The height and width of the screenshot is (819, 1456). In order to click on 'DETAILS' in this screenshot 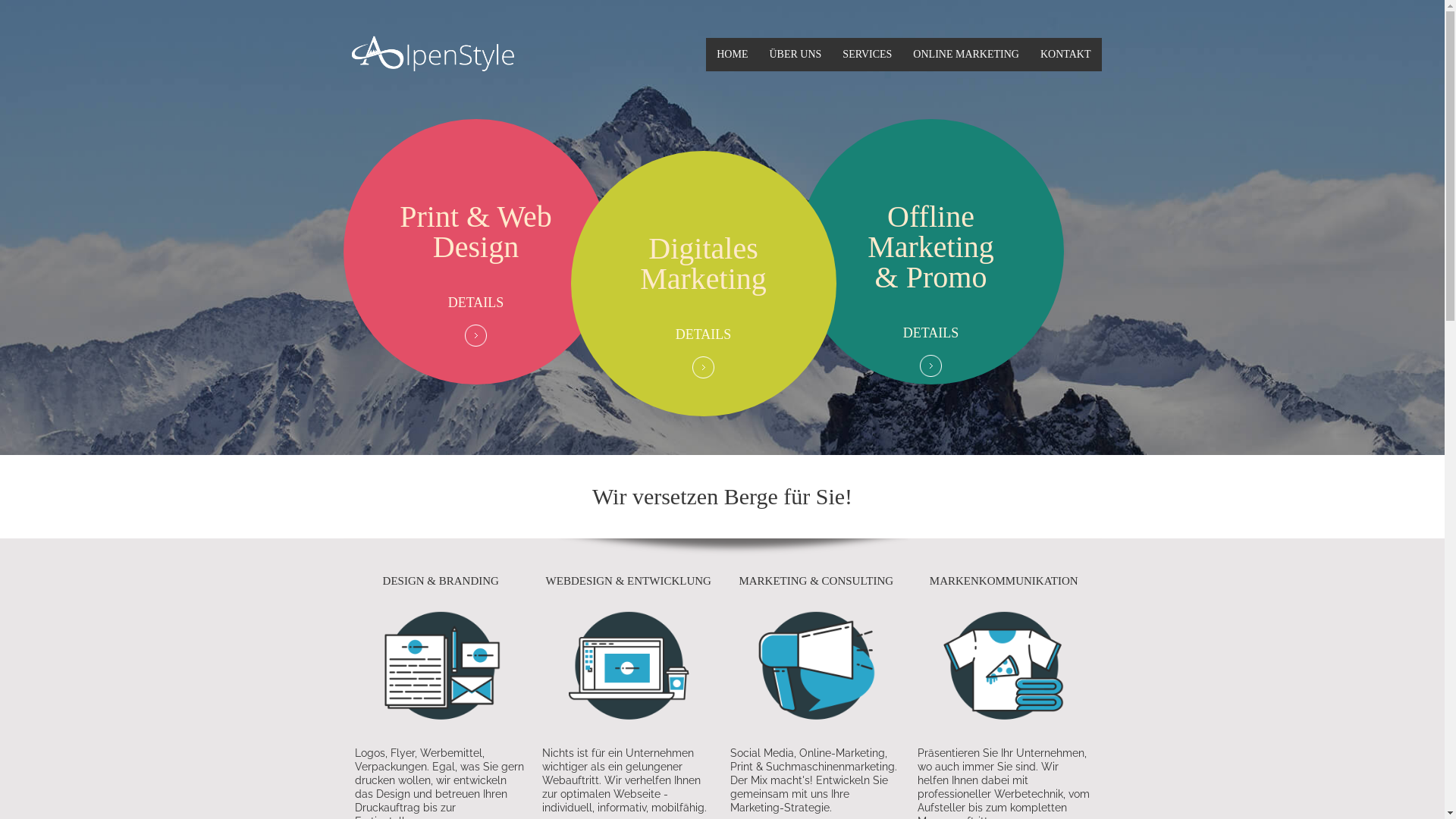, I will do `click(702, 333)`.